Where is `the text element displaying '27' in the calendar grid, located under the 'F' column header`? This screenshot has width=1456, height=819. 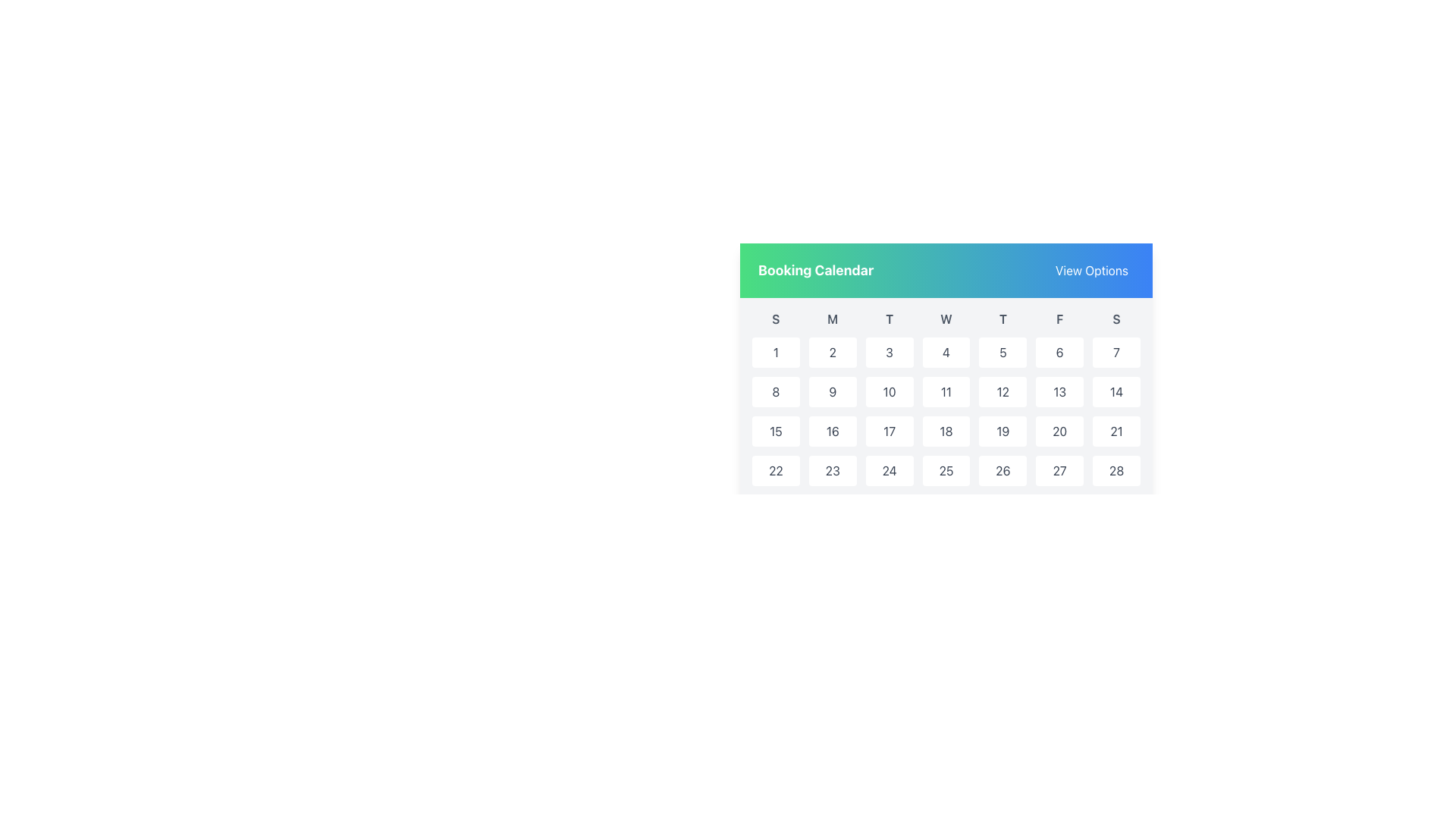 the text element displaying '27' in the calendar grid, located under the 'F' column header is located at coordinates (1059, 470).